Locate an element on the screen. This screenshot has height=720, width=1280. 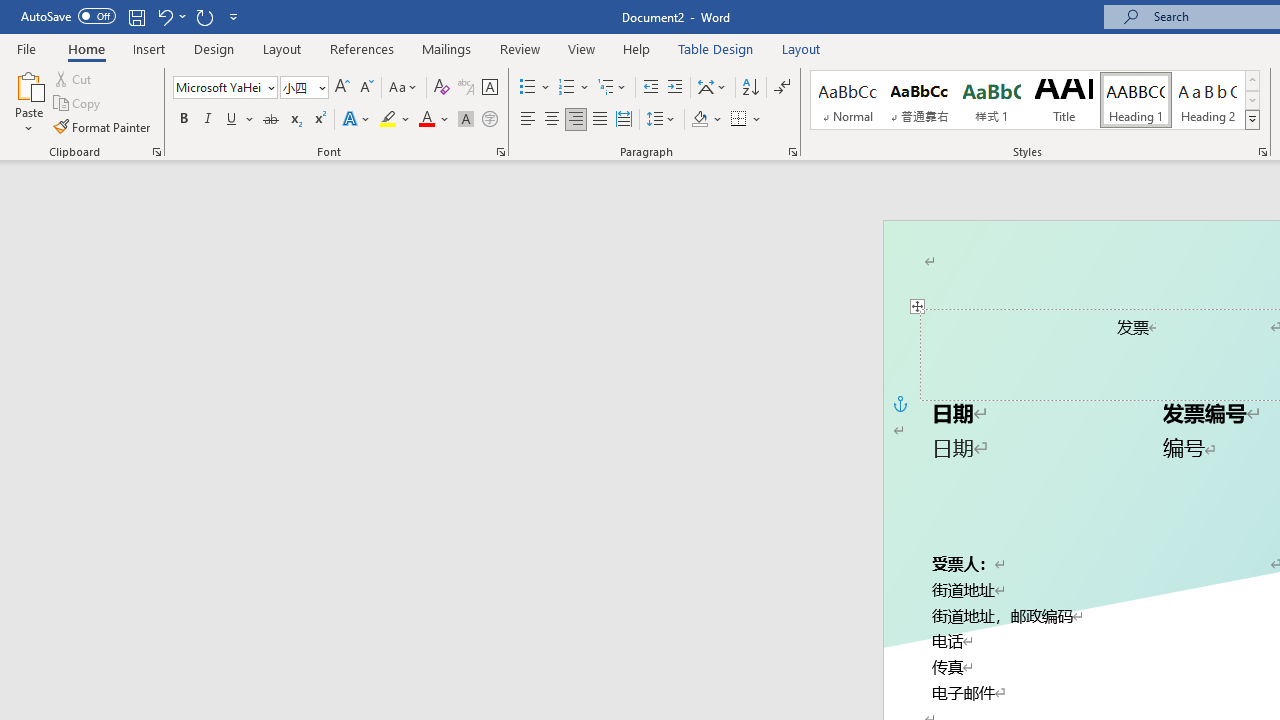
'Strikethrough' is located at coordinates (269, 119).